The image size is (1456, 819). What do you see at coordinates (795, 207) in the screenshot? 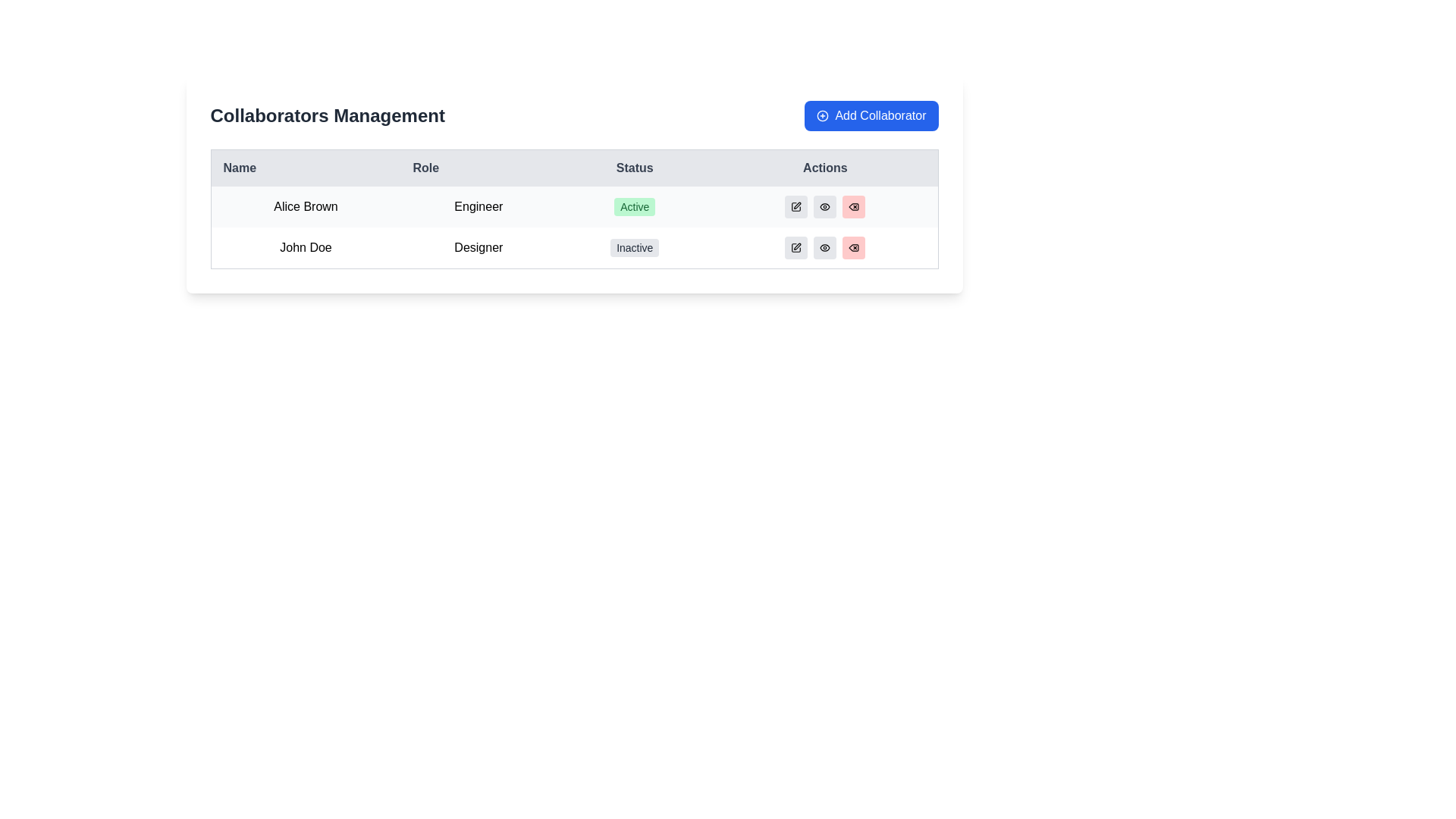
I see `the edit button (pencil icon) in the Actions column for 'Alice Brown'` at bounding box center [795, 207].